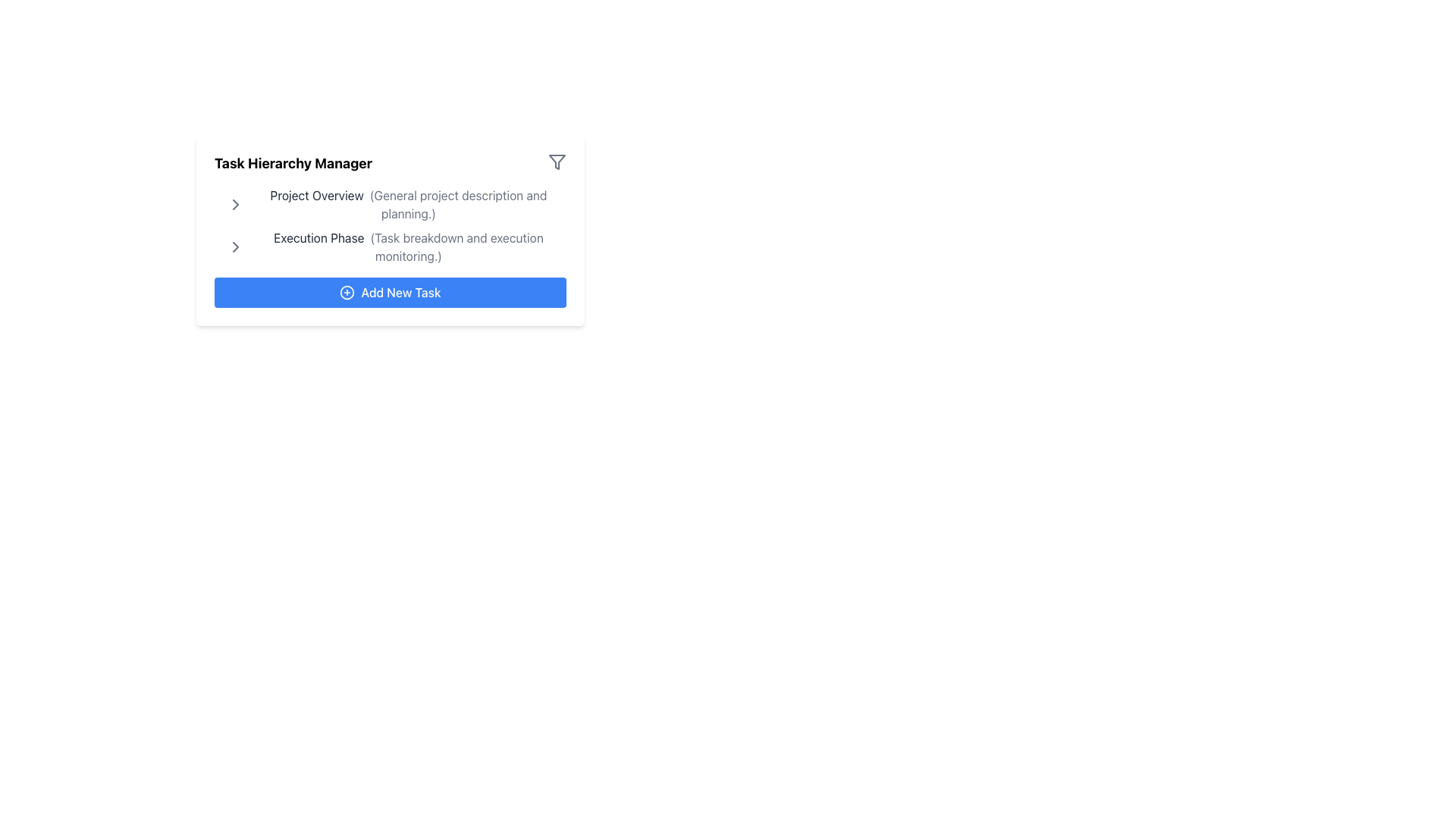  Describe the element at coordinates (556, 162) in the screenshot. I see `the filtering icon located at the far right of the 'Task Hierarchy Manager' header` at that location.